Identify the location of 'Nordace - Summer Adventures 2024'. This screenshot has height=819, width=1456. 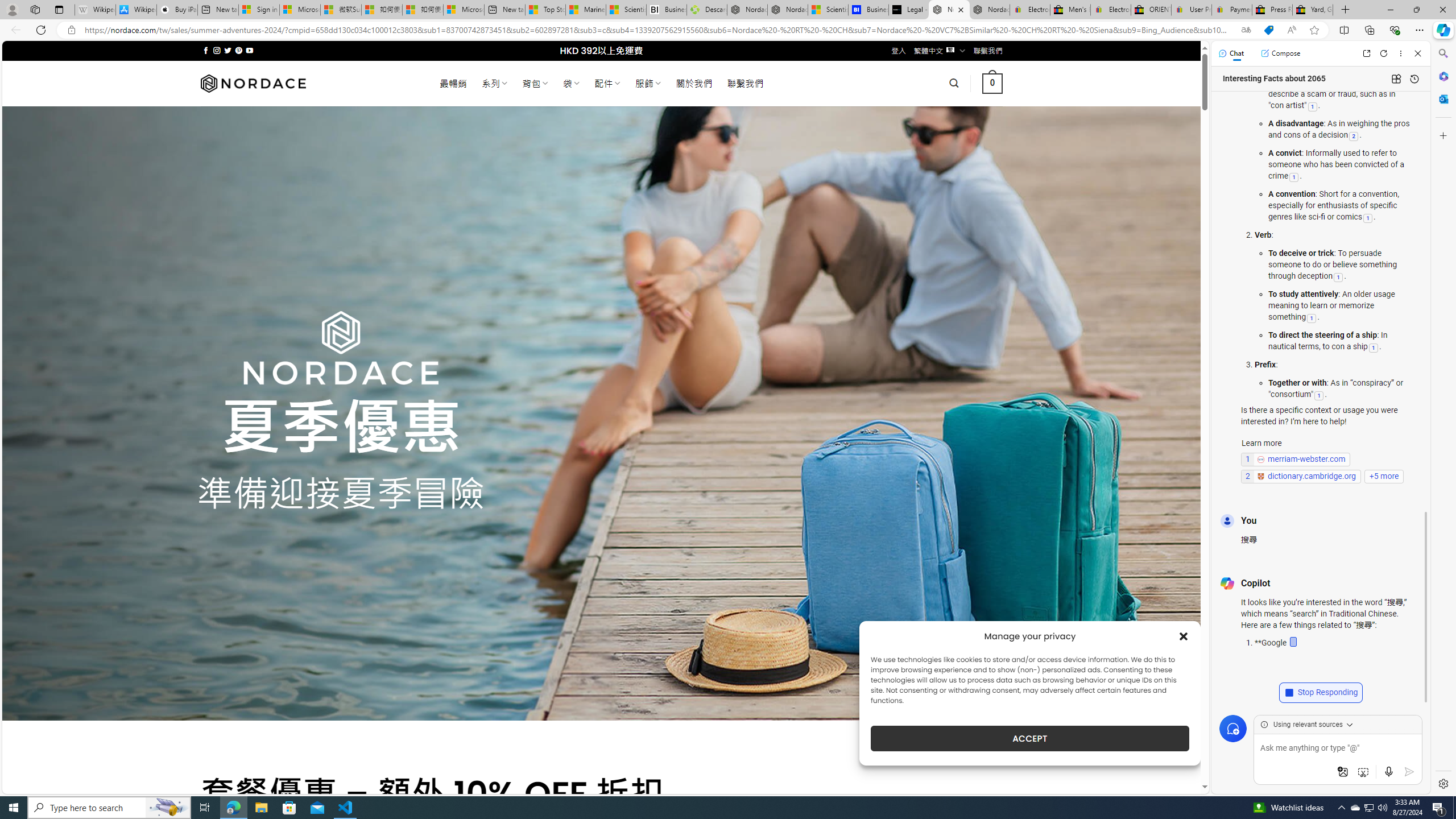
(949, 9).